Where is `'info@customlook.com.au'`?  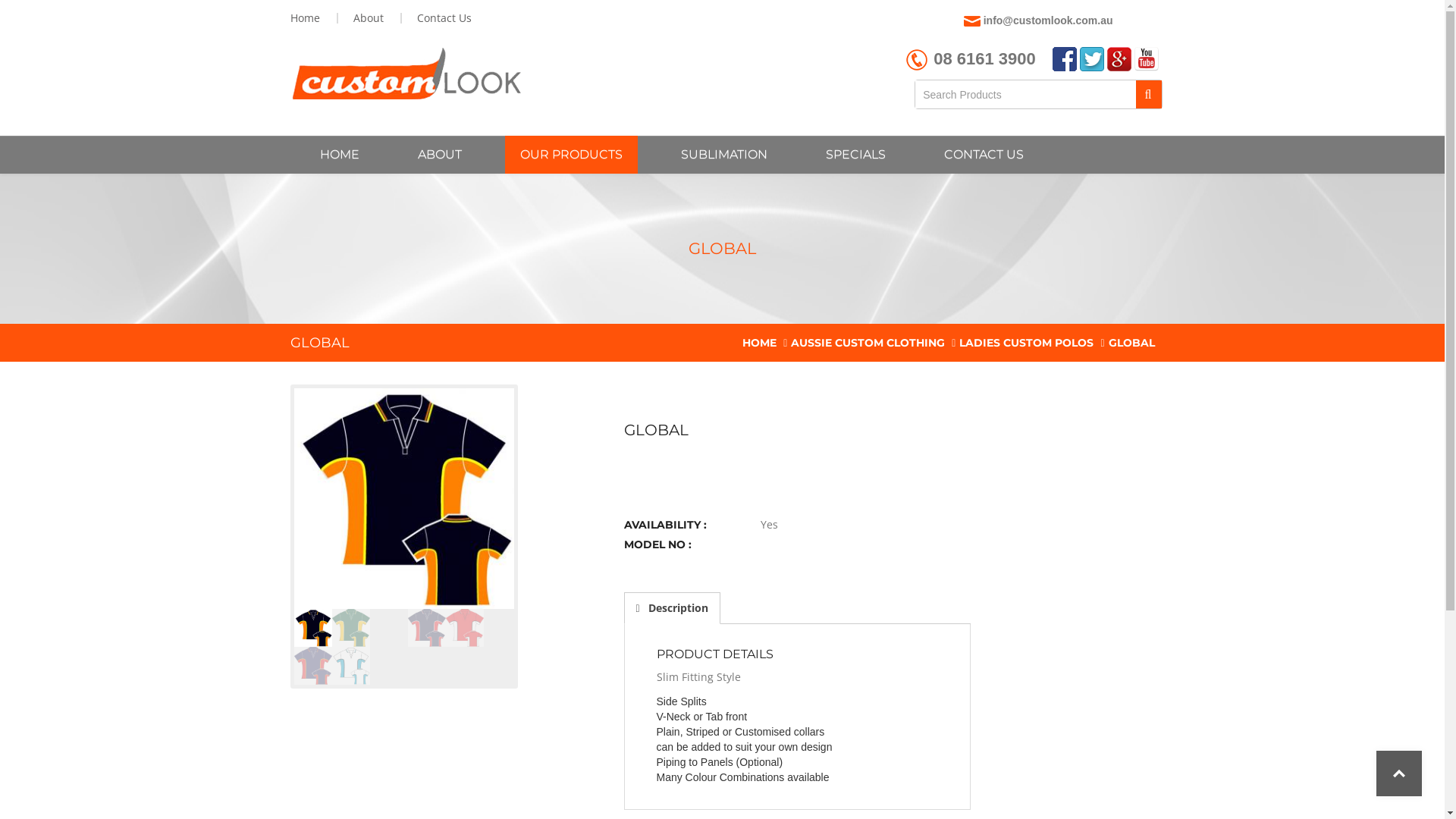
'info@customlook.com.au' is located at coordinates (1047, 20).